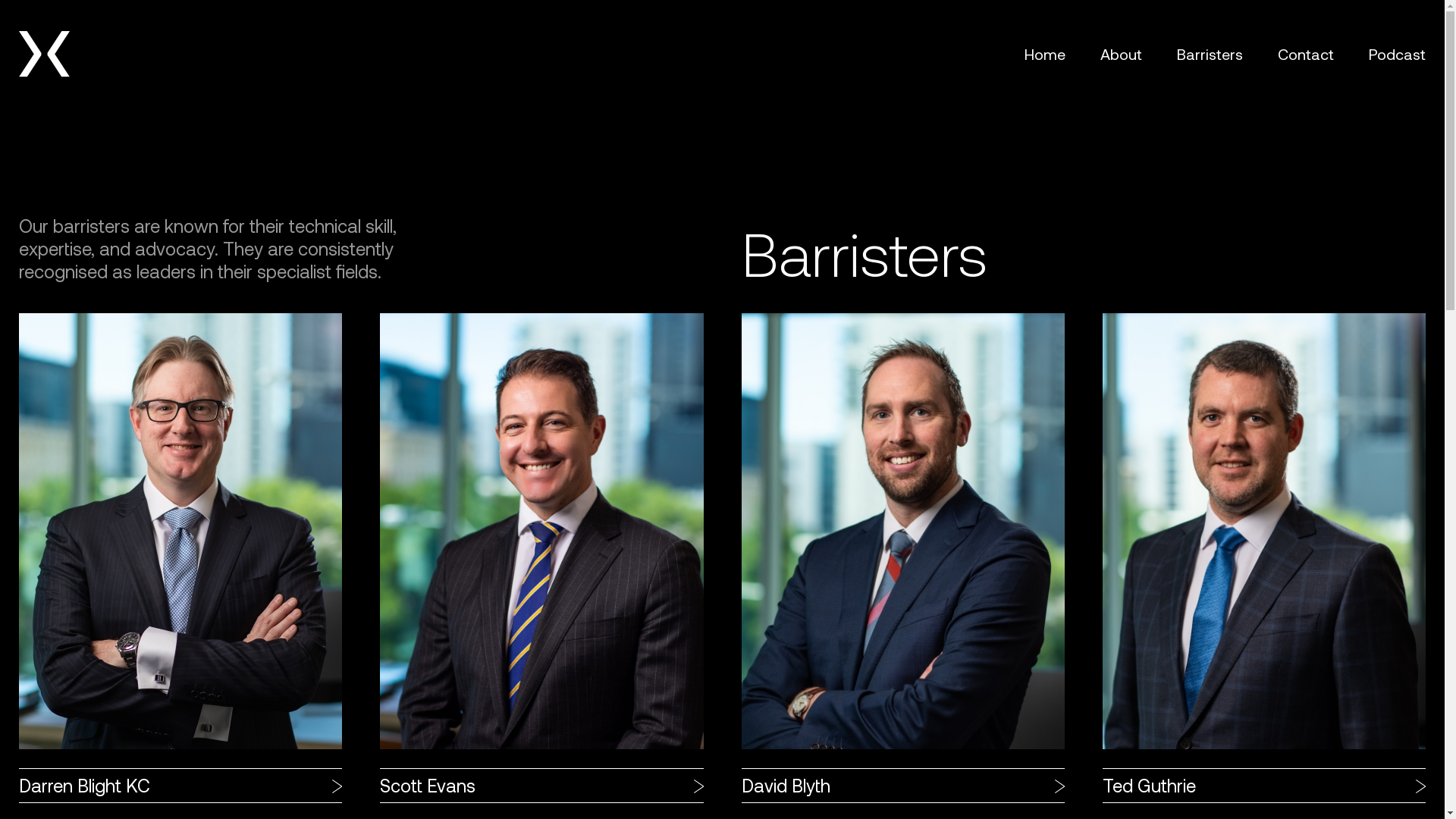 This screenshot has width=1456, height=819. What do you see at coordinates (1396, 52) in the screenshot?
I see `'Podcast'` at bounding box center [1396, 52].